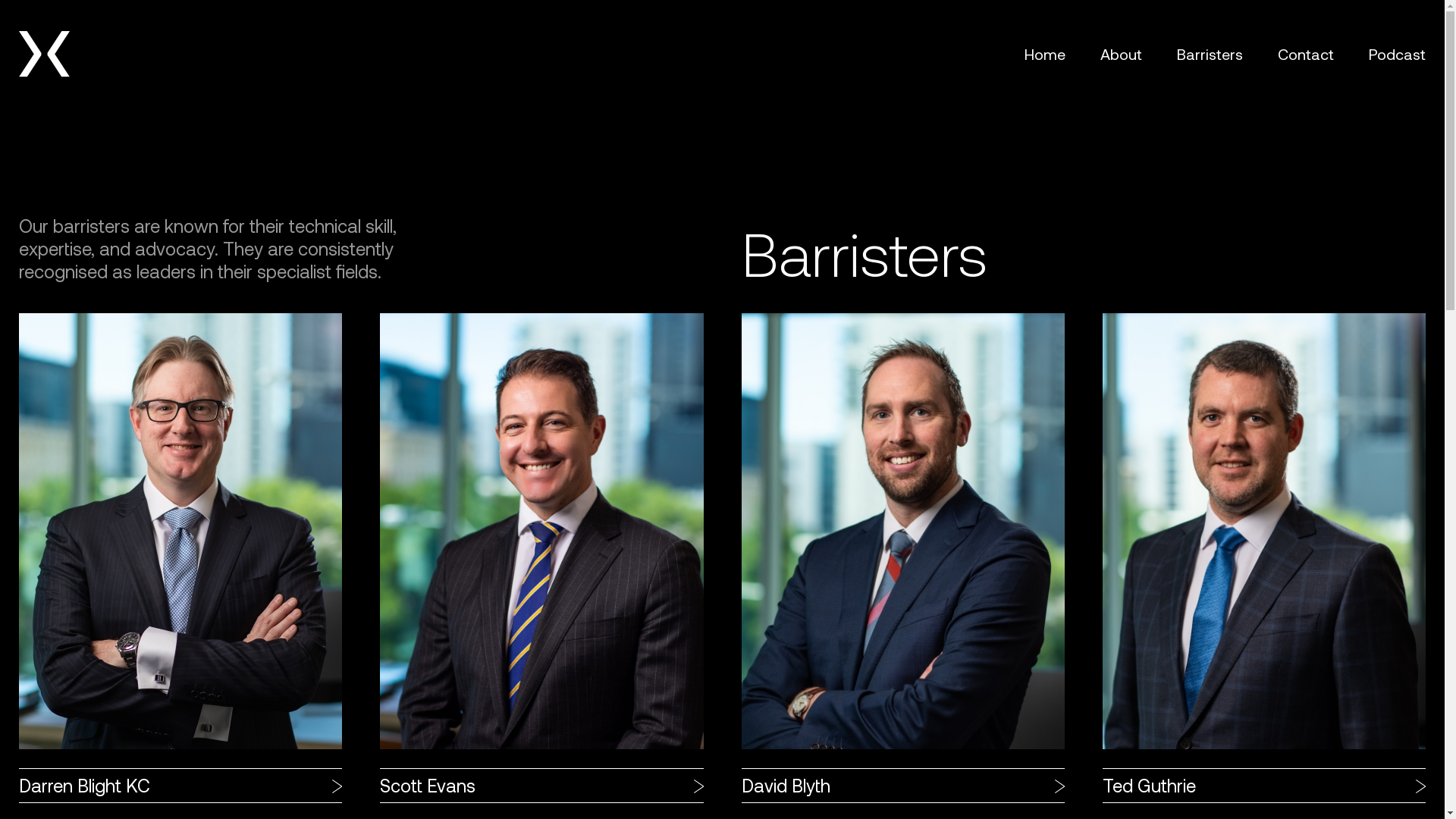 This screenshot has width=1456, height=819. What do you see at coordinates (1396, 52) in the screenshot?
I see `'Podcast'` at bounding box center [1396, 52].